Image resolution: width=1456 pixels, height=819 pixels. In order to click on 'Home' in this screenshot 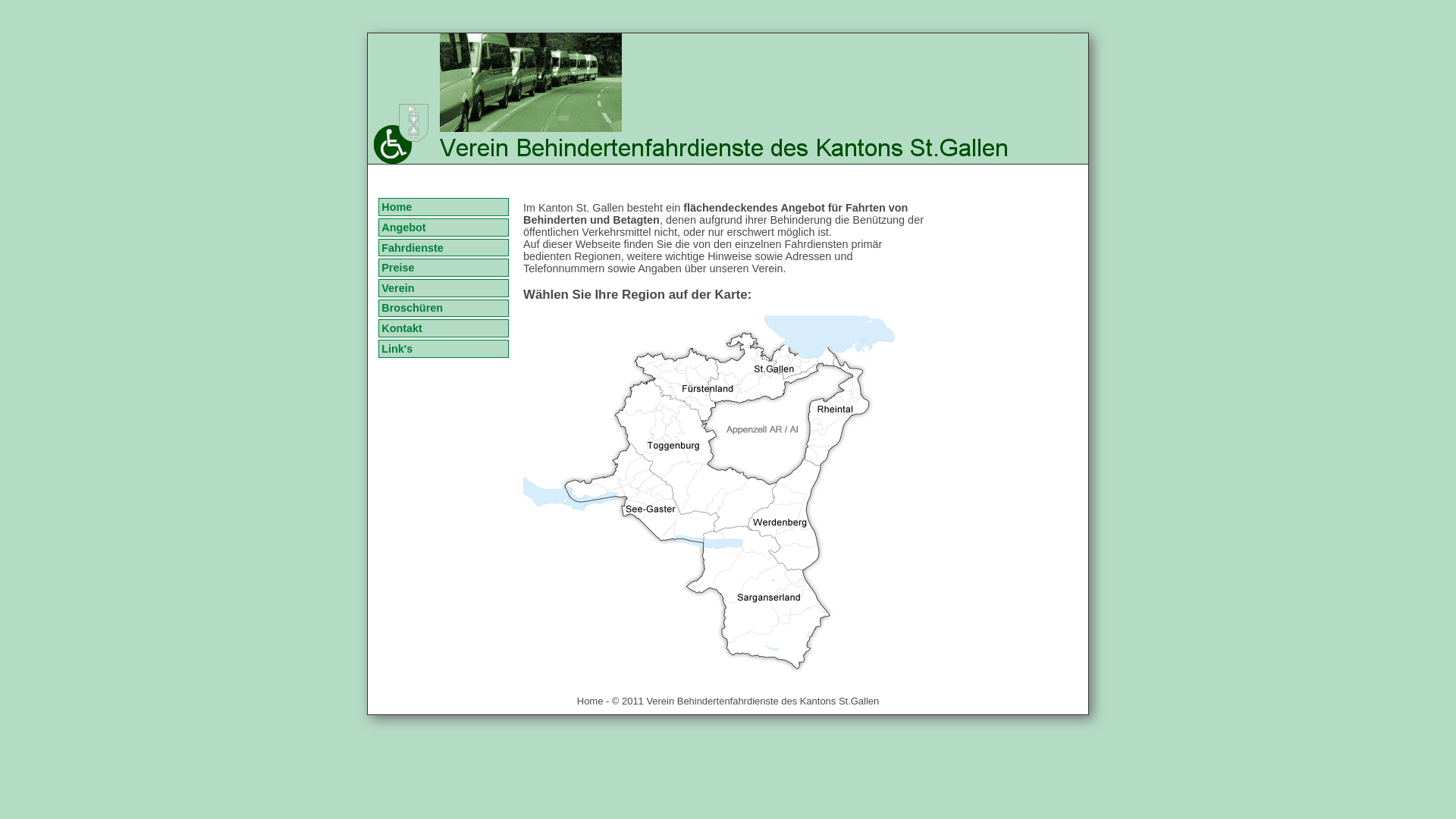, I will do `click(442, 207)`.